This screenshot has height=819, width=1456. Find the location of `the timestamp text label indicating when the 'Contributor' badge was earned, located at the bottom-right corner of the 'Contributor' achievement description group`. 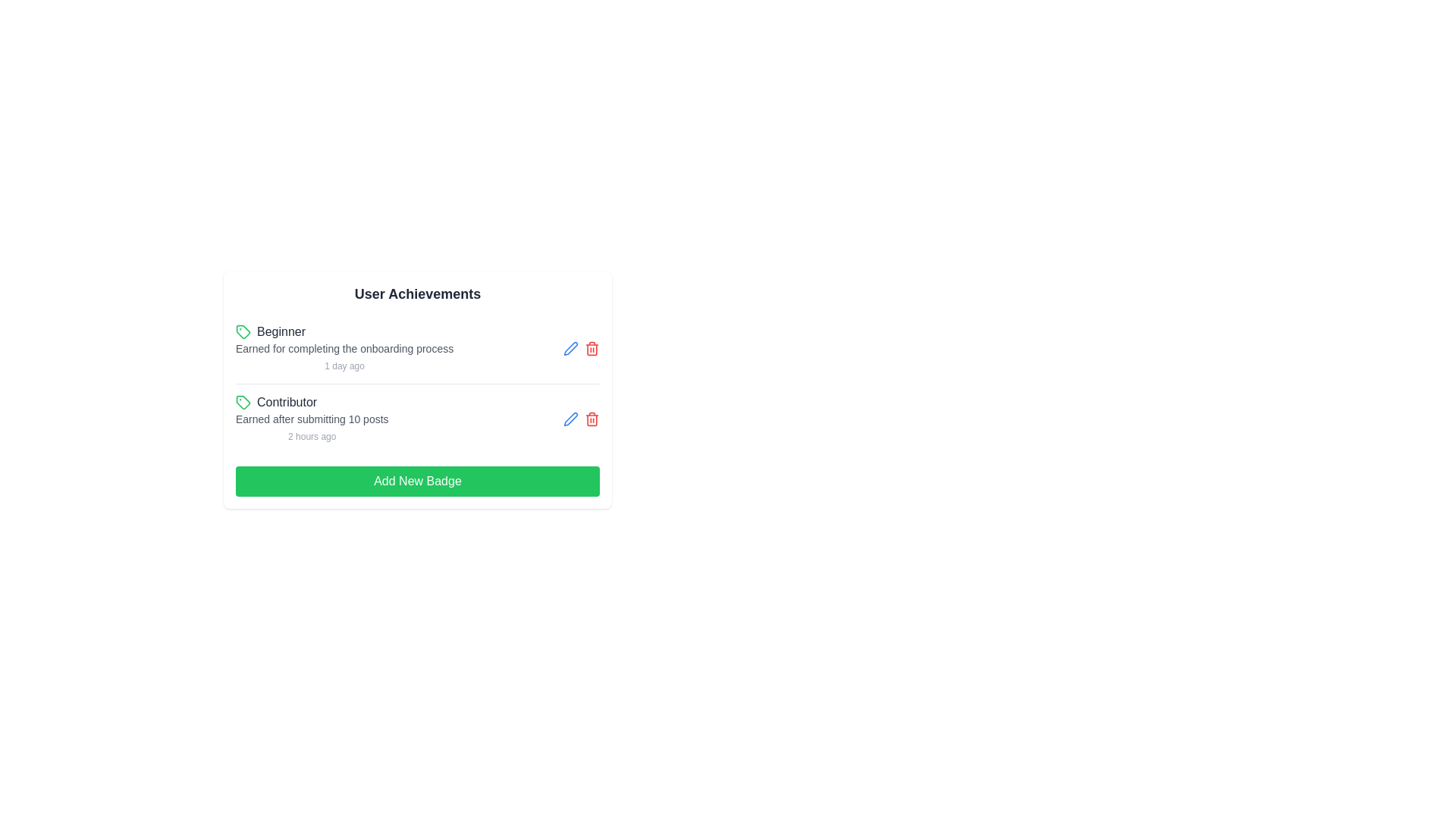

the timestamp text label indicating when the 'Contributor' badge was earned, located at the bottom-right corner of the 'Contributor' achievement description group is located at coordinates (311, 436).